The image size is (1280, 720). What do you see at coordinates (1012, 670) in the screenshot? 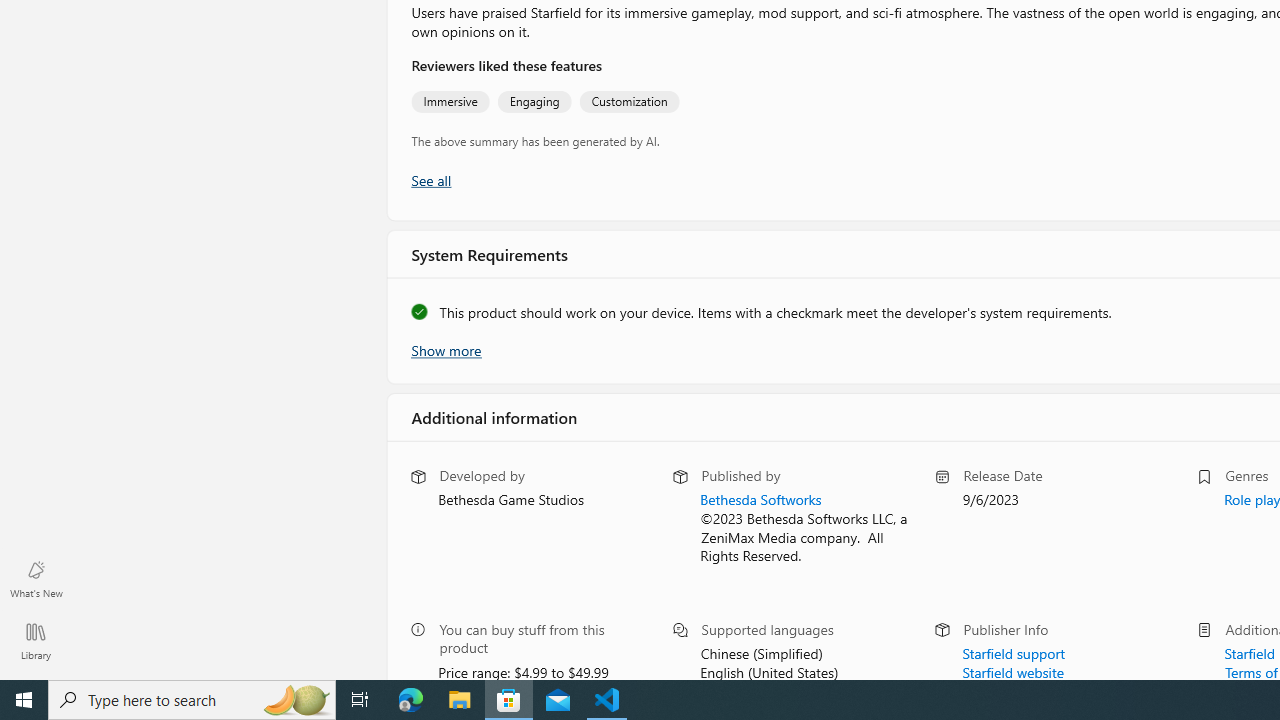
I see `'Starfield website'` at bounding box center [1012, 670].